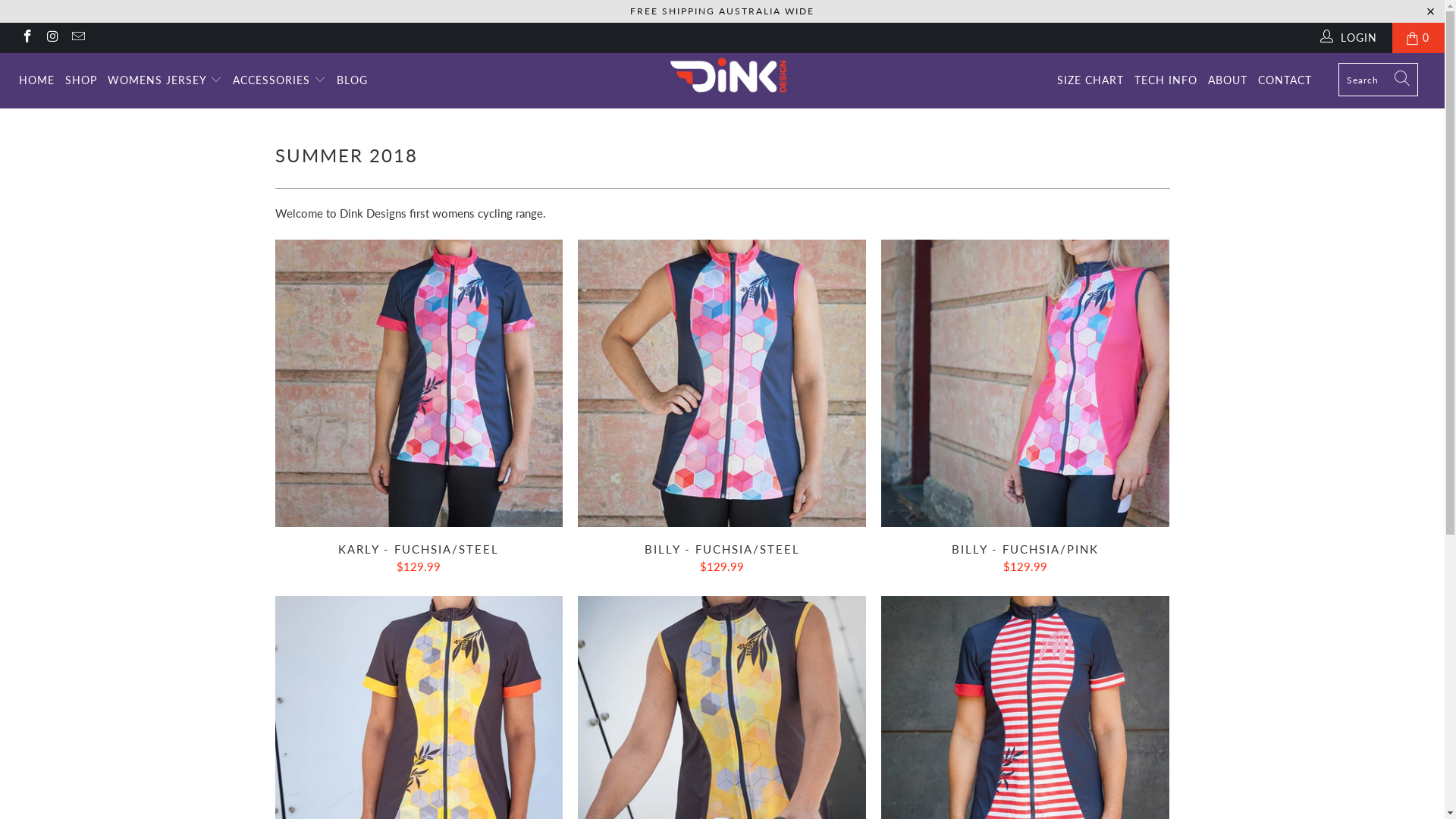  I want to click on 'ACCESSORIES', so click(232, 80).